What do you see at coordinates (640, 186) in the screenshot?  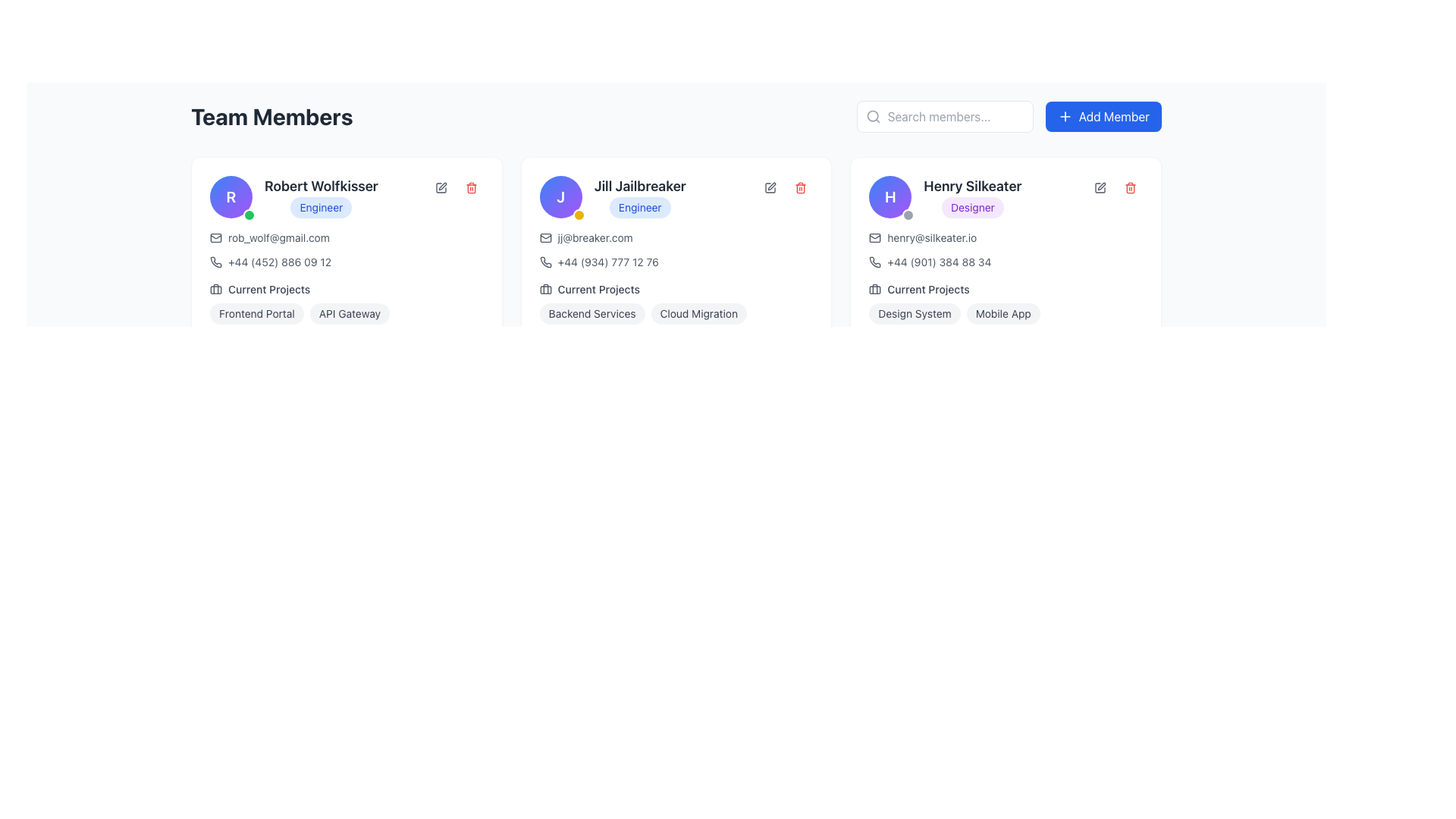 I see `the Text Label that displays the full name of the individual on the profile card, located at the top-center of the card, above the 'Engineer' label` at bounding box center [640, 186].